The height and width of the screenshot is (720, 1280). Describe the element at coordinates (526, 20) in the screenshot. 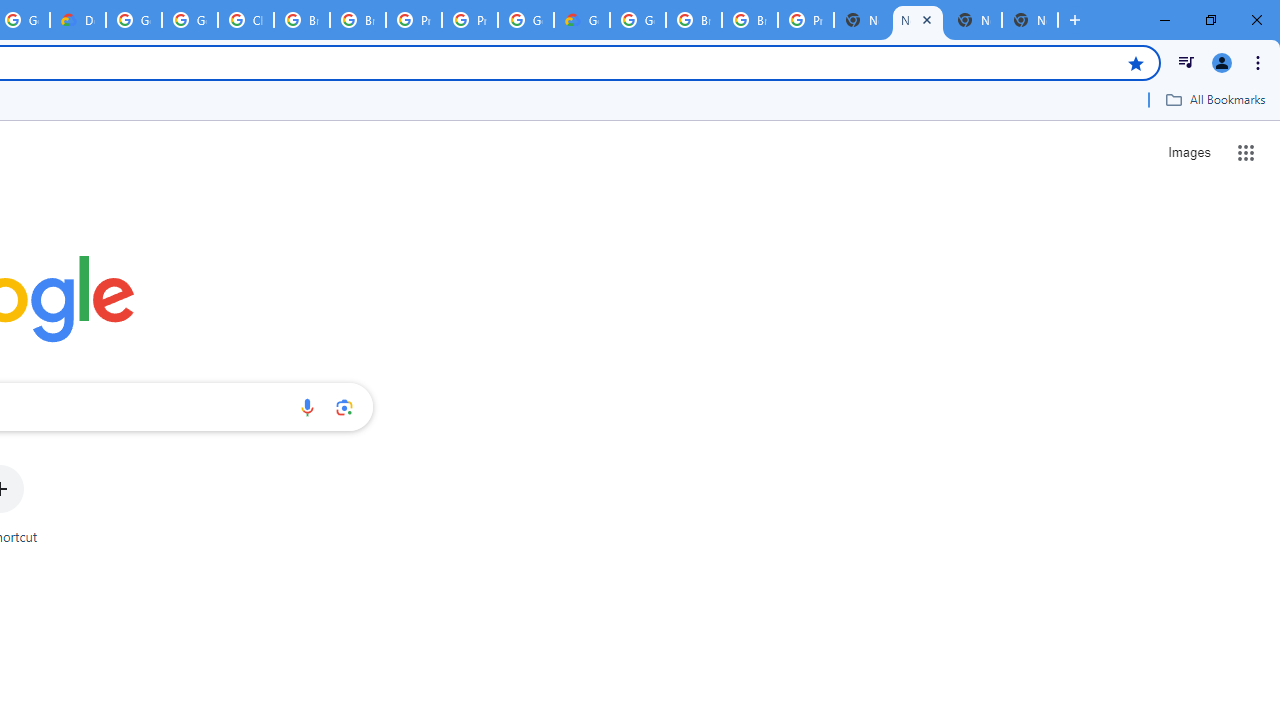

I see `'Google Cloud Platform'` at that location.